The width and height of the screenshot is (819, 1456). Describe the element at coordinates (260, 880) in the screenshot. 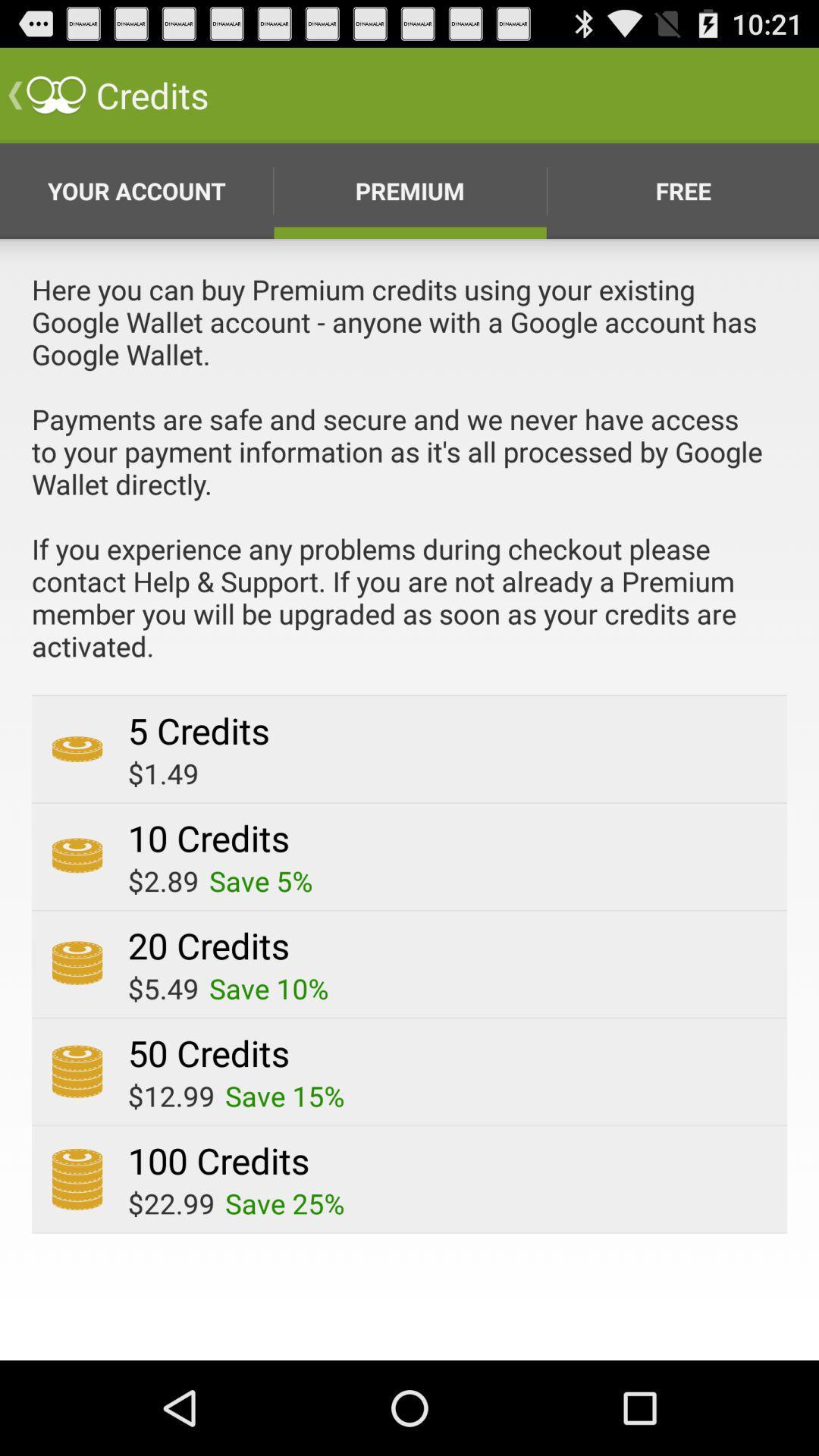

I see `app next to $2.89 icon` at that location.